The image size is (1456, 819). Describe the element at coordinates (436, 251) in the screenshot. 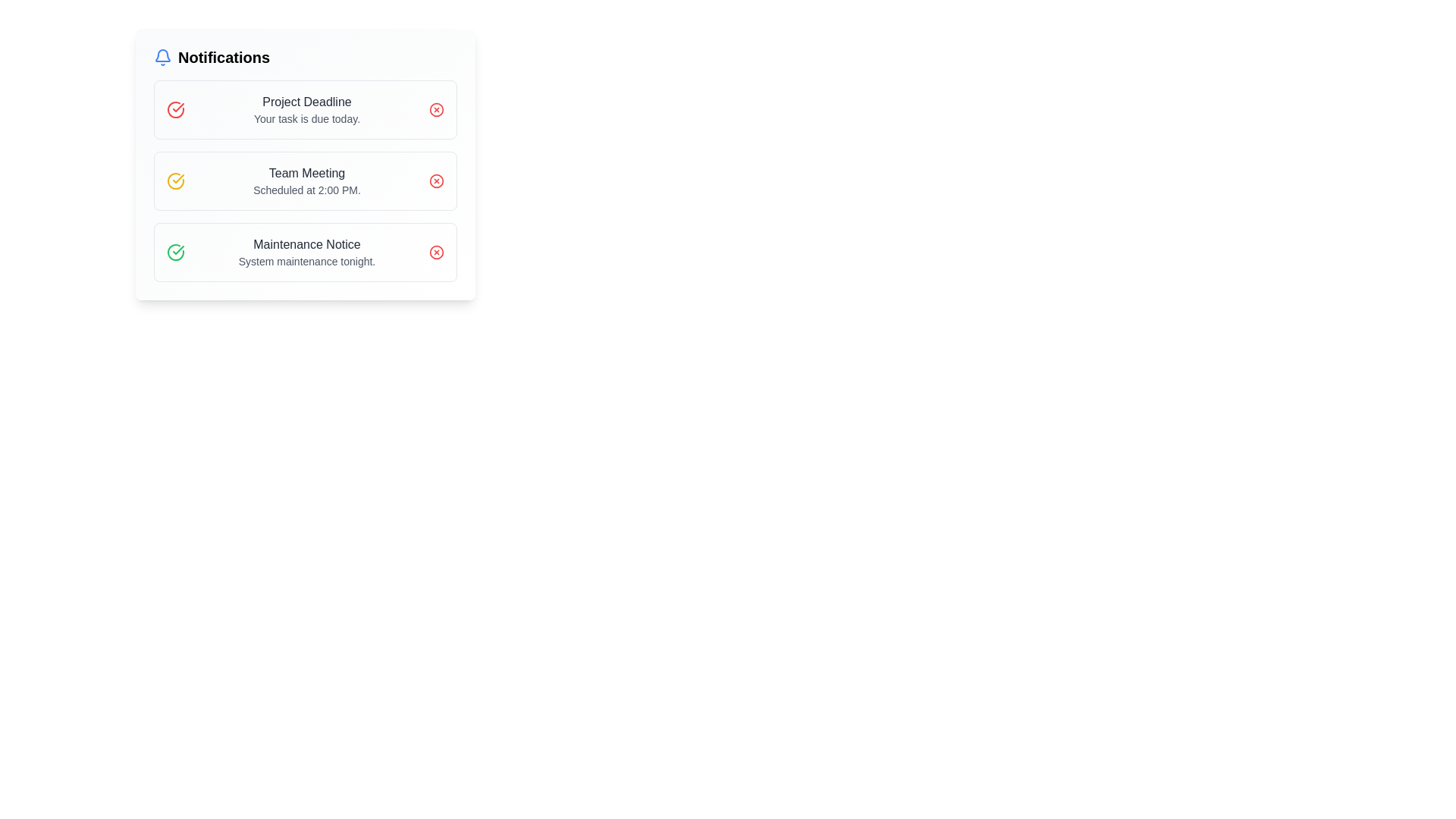

I see `the delete icon button located at the rightmost side of the third notification item, aligned with the text labeled 'Maintenance Notice'` at that location.